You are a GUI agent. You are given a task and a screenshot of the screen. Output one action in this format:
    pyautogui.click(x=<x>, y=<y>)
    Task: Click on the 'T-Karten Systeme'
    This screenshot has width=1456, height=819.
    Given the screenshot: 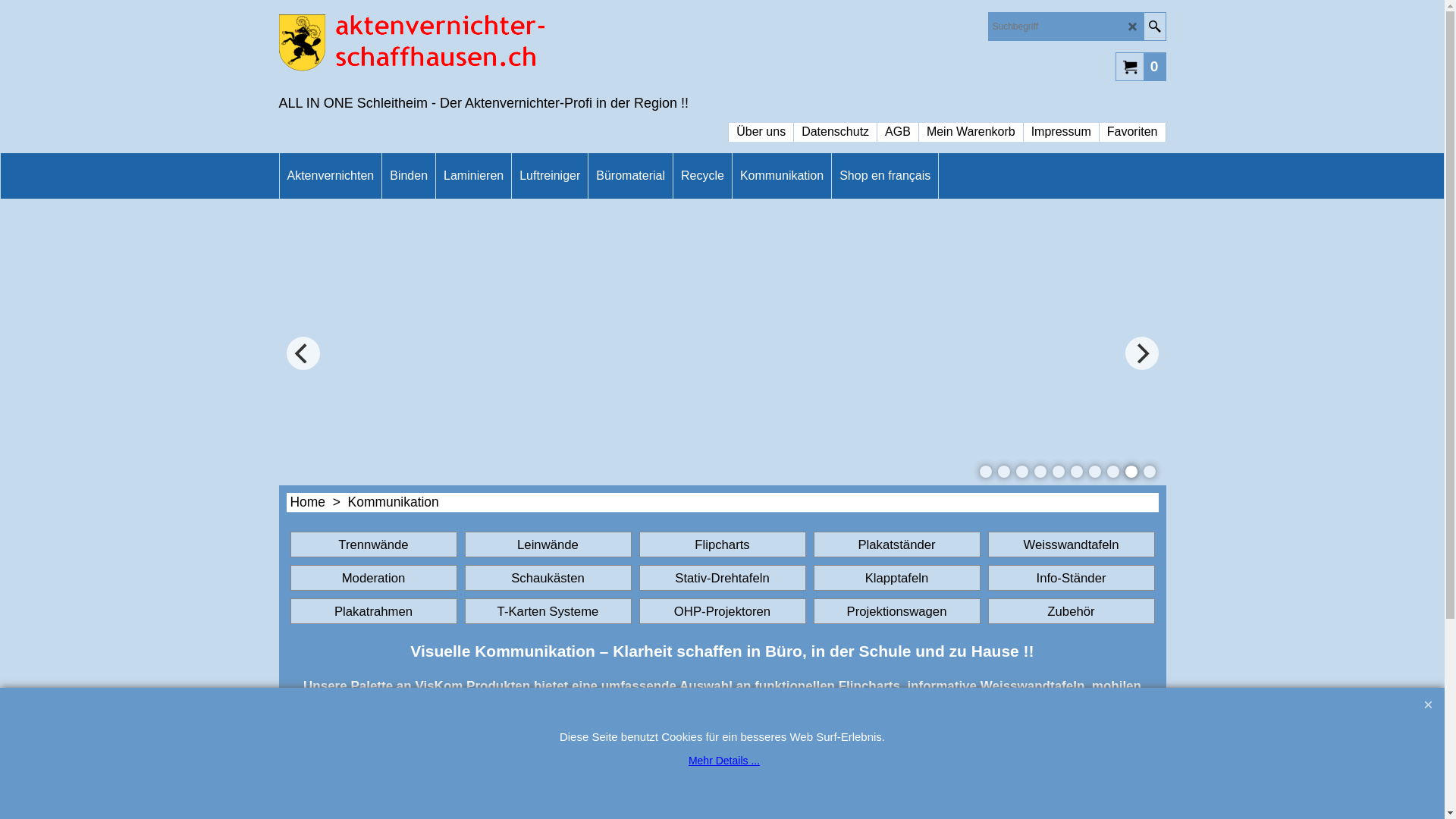 What is the action you would take?
    pyautogui.click(x=546, y=610)
    